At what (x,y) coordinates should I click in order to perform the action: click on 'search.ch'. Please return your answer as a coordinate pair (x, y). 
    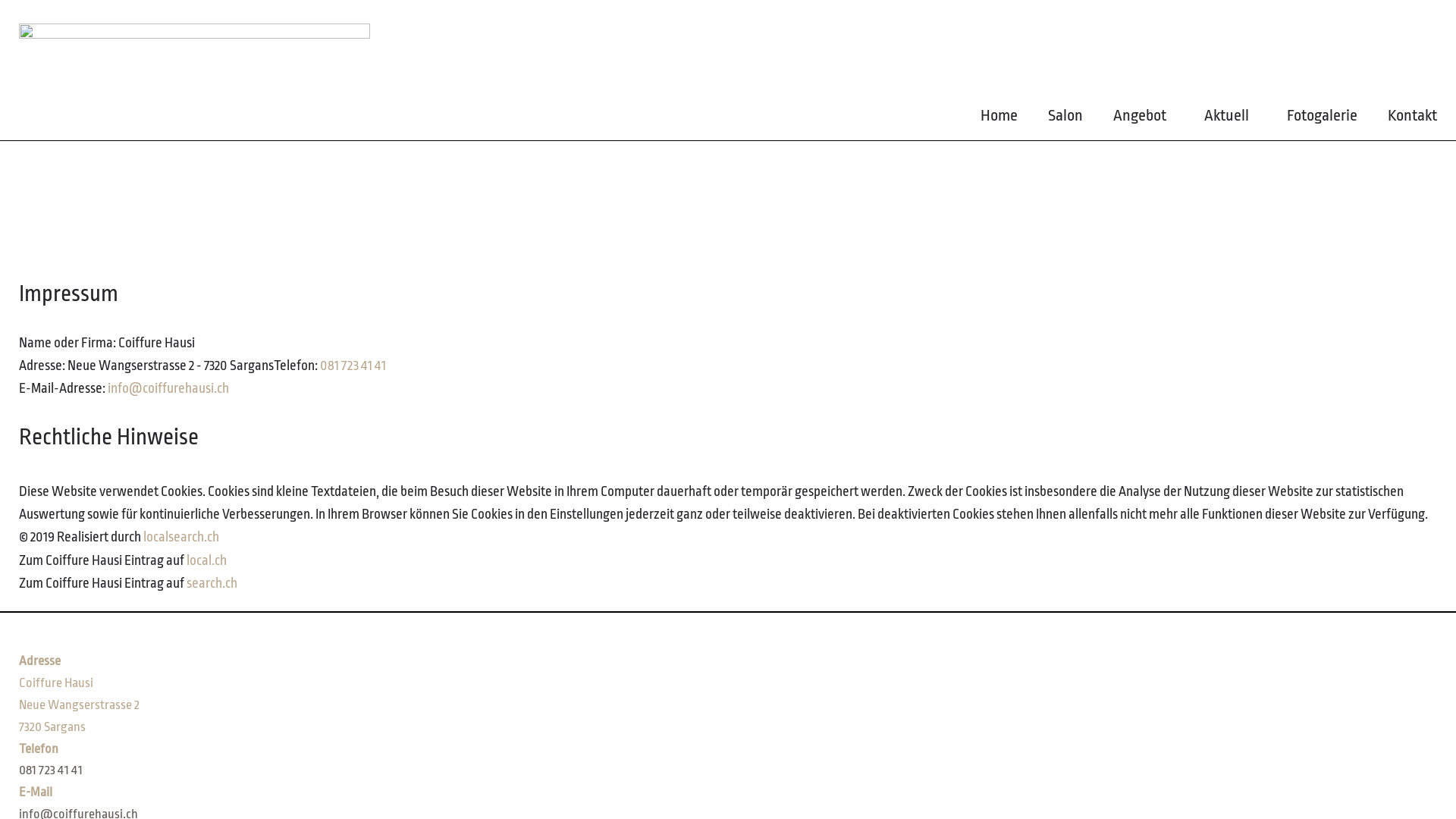
    Looking at the image, I should click on (211, 582).